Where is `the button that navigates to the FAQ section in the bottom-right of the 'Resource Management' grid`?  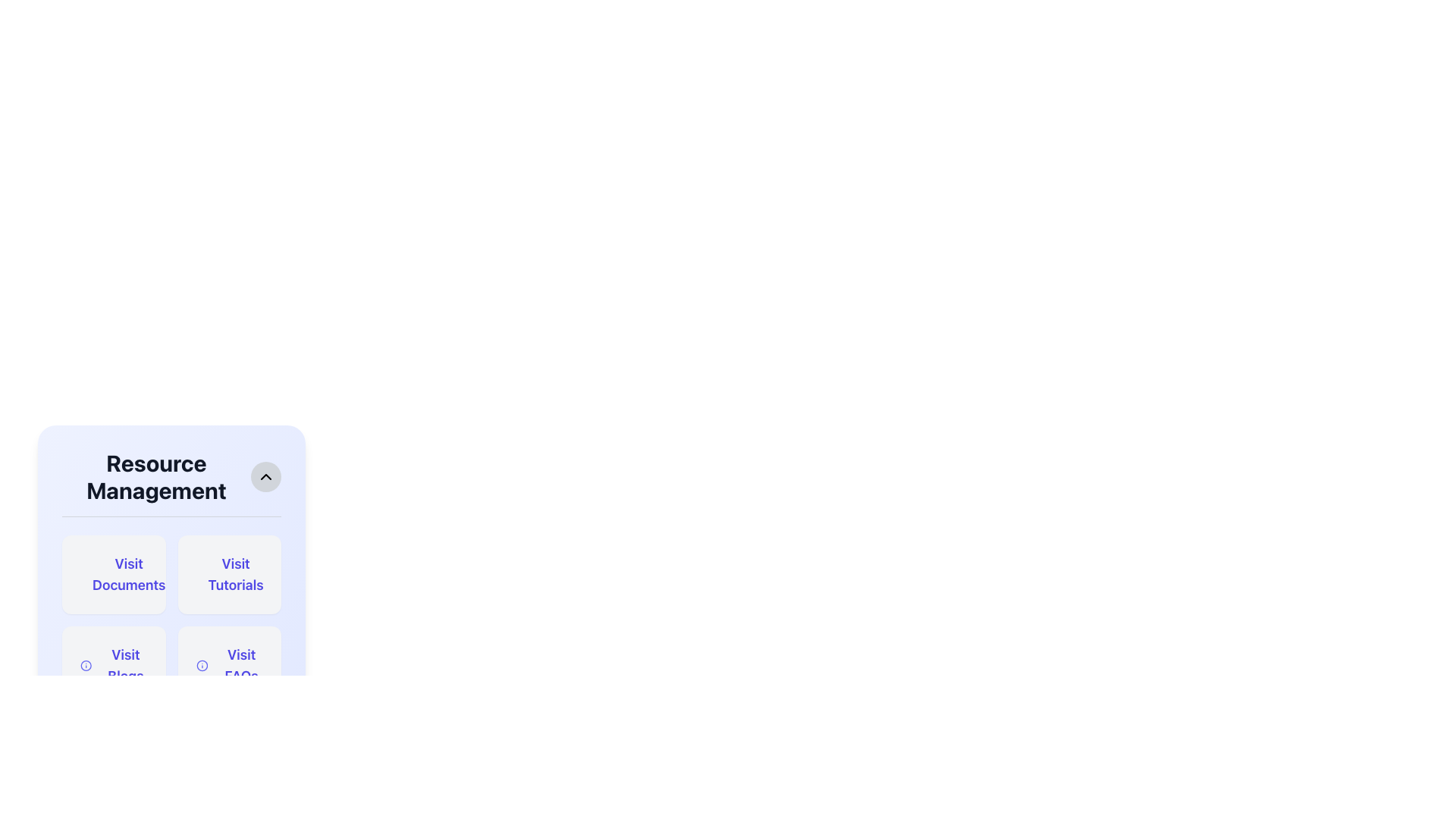 the button that navigates to the FAQ section in the bottom-right of the 'Resource Management' grid is located at coordinates (228, 665).